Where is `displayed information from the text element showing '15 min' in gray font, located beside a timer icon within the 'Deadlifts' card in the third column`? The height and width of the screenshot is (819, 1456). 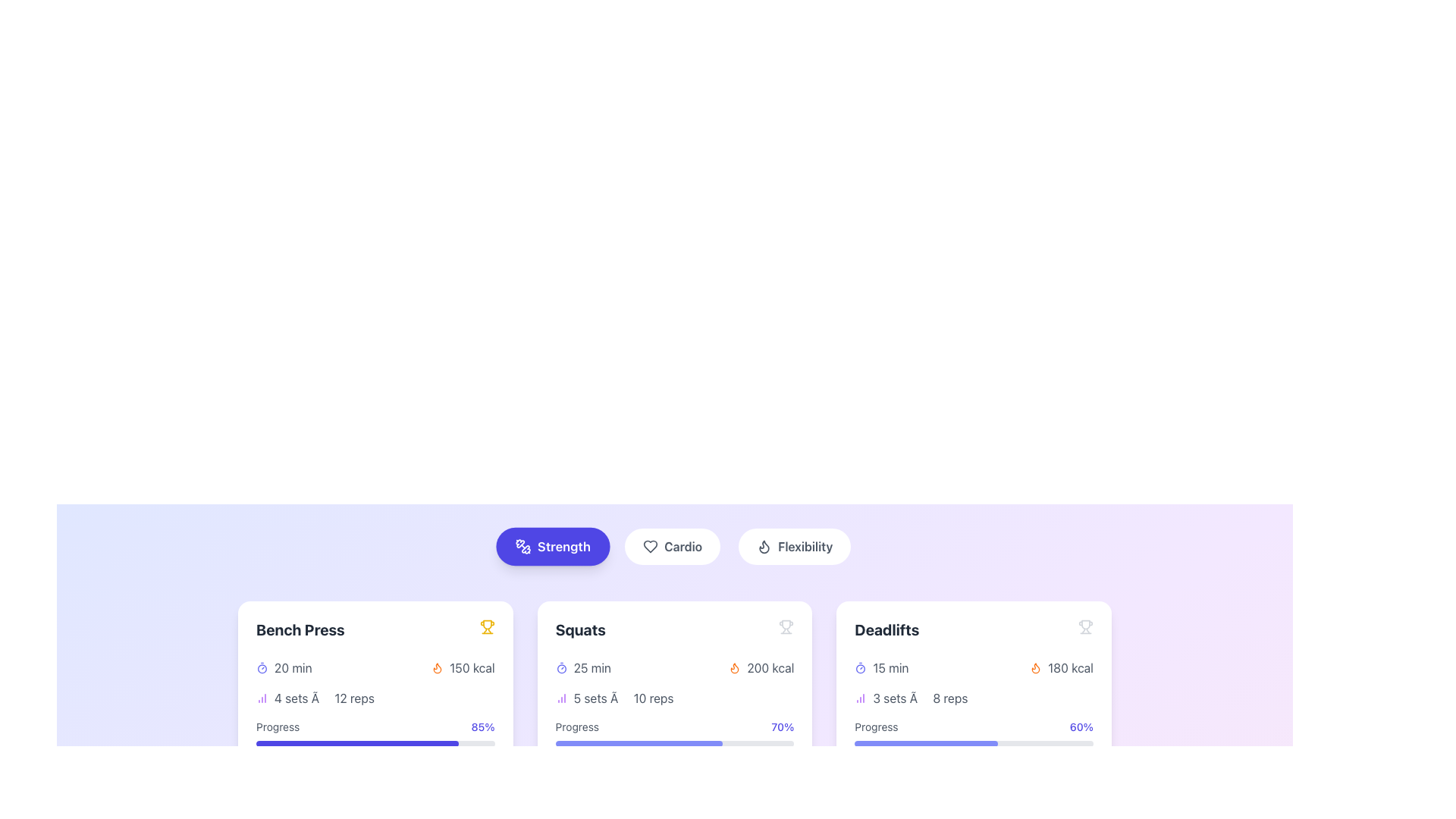
displayed information from the text element showing '15 min' in gray font, located beside a timer icon within the 'Deadlifts' card in the third column is located at coordinates (890, 667).